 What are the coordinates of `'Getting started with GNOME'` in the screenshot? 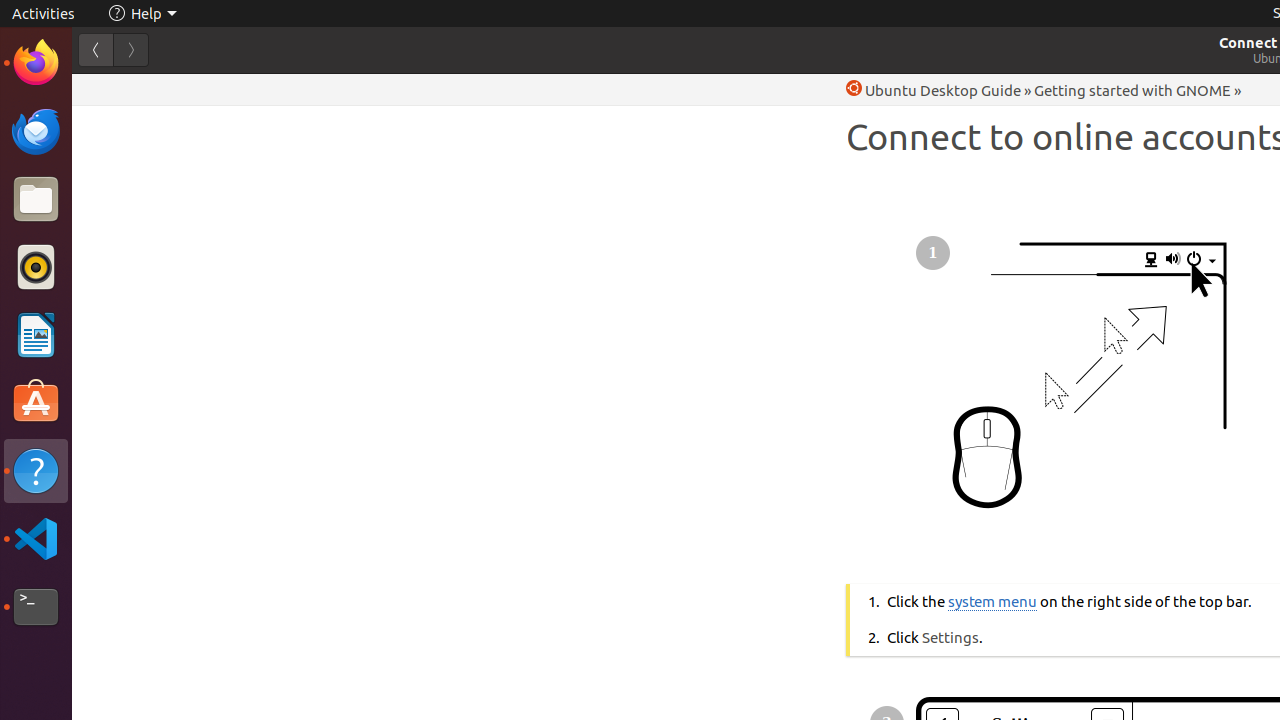 It's located at (1132, 90).